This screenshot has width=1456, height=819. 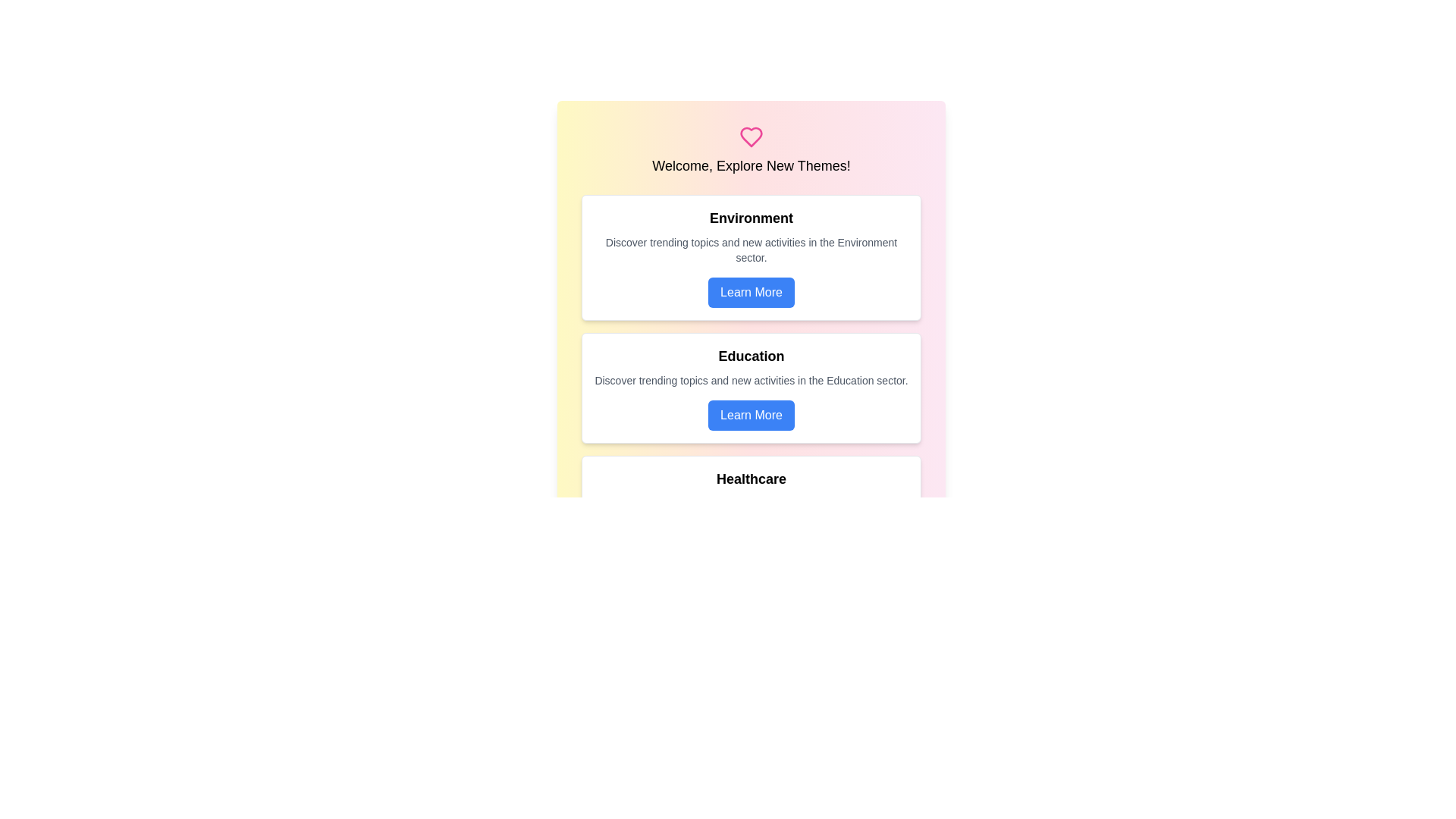 I want to click on the text label that displays 'Welcome, Explore New Themes!' which is centered below a heart icon and above the 'Environment' section, so click(x=751, y=166).